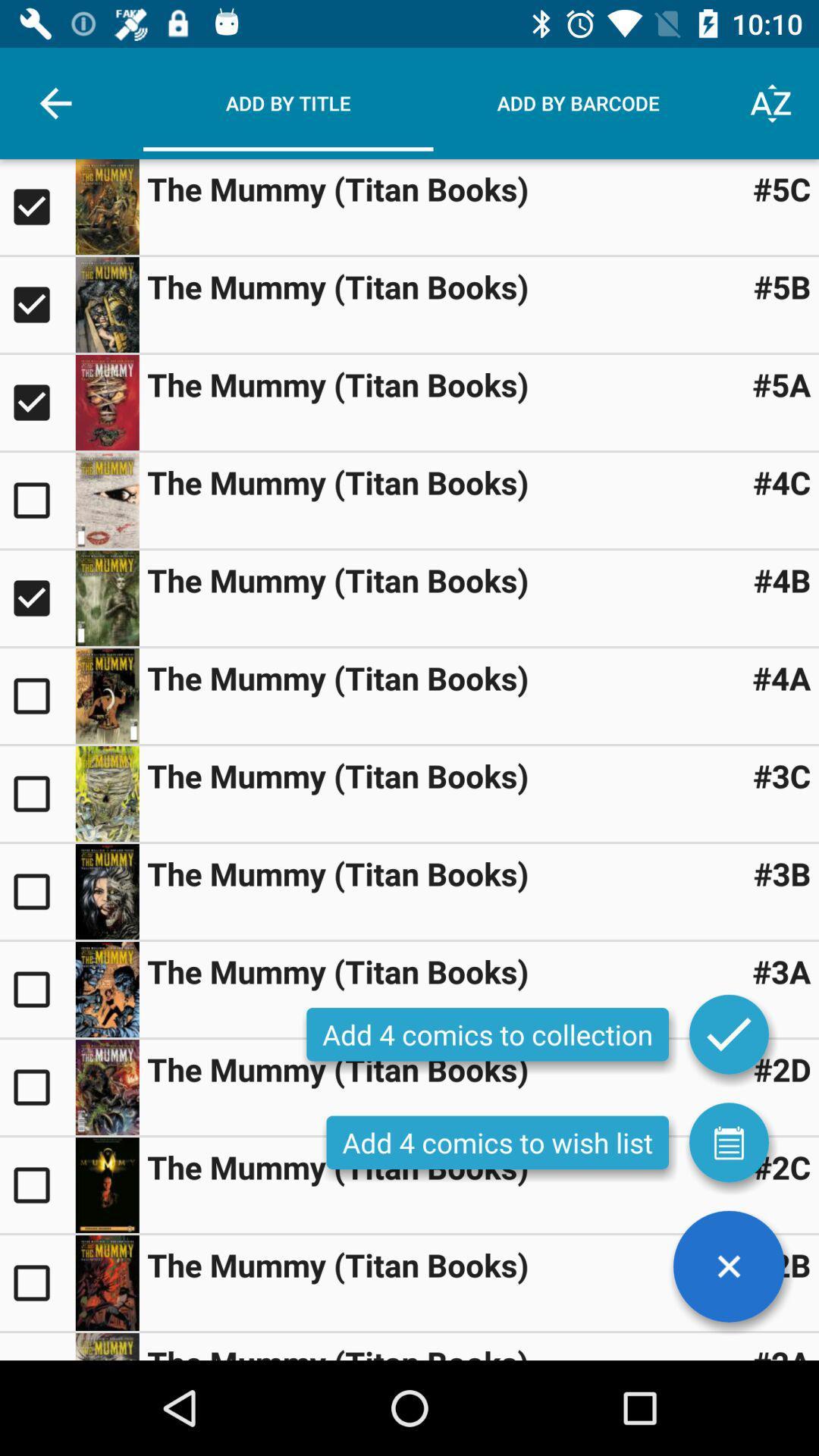  I want to click on the icon next to the mummy titan item, so click(782, 287).